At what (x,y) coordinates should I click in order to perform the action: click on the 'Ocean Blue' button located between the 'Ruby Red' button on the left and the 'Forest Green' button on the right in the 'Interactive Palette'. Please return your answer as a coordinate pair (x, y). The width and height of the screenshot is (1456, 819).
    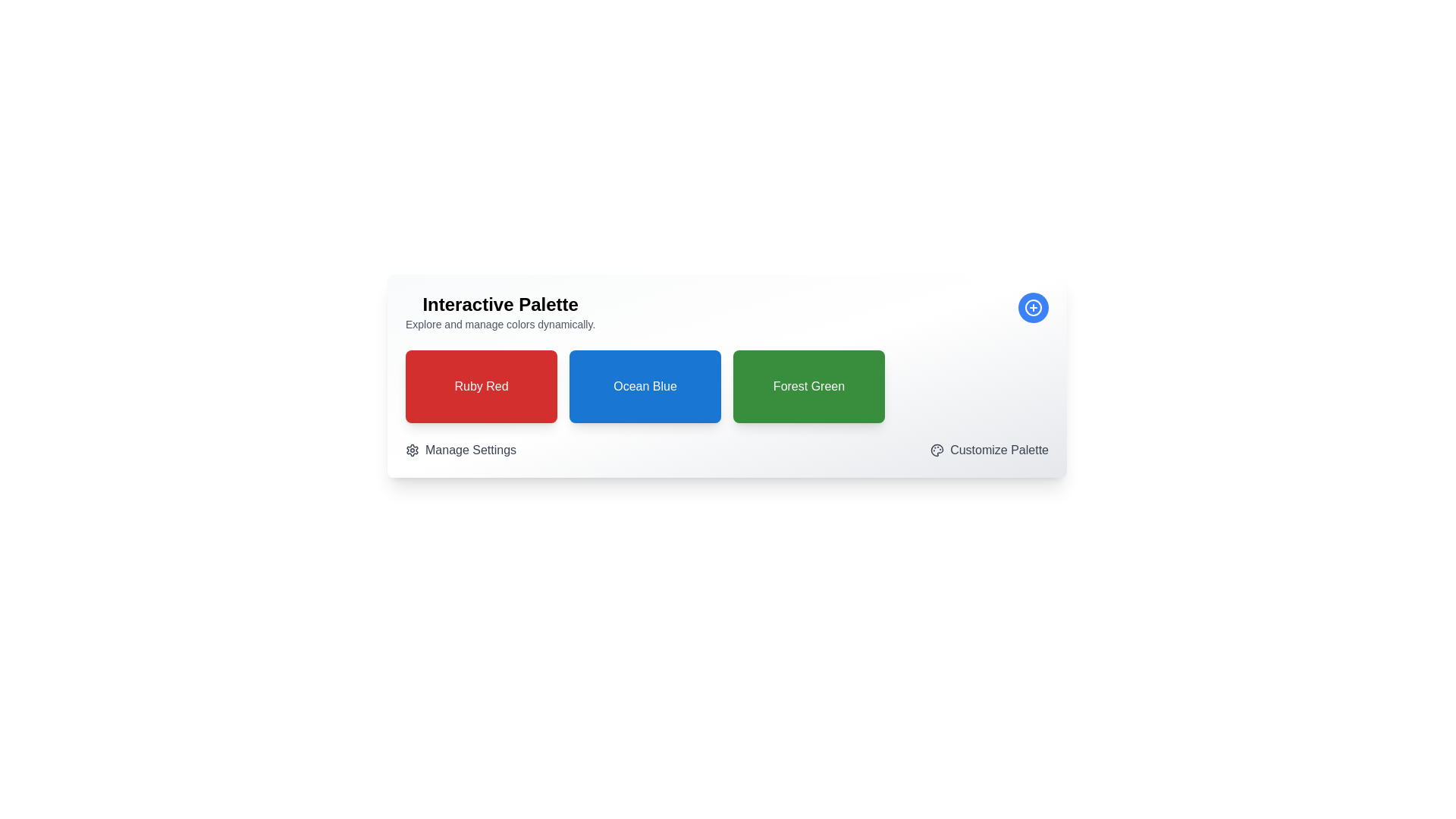
    Looking at the image, I should click on (645, 385).